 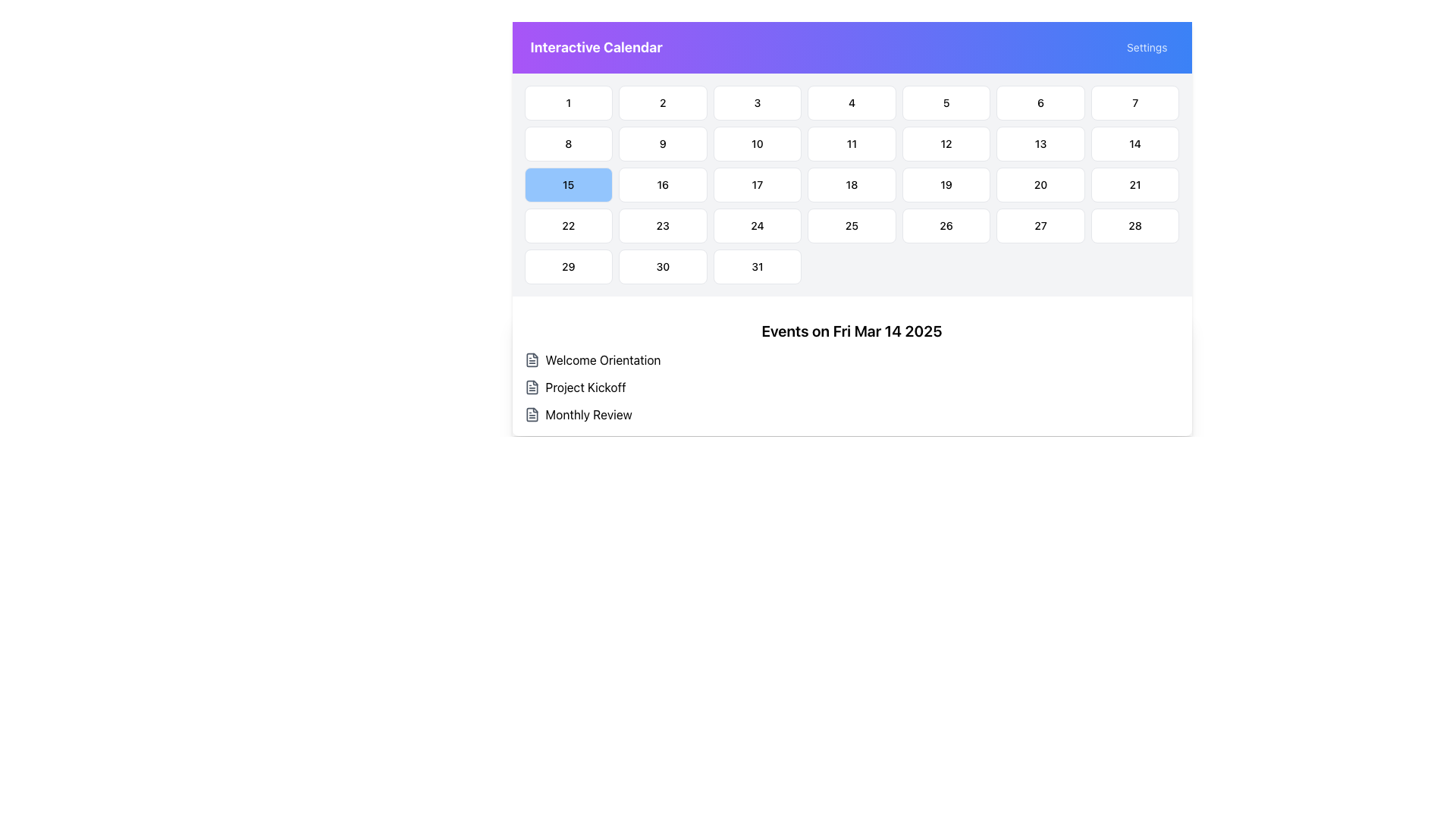 I want to click on the text label displaying the day number '11' in the calendar grid, located in the second row and fourth column, so click(x=852, y=143).